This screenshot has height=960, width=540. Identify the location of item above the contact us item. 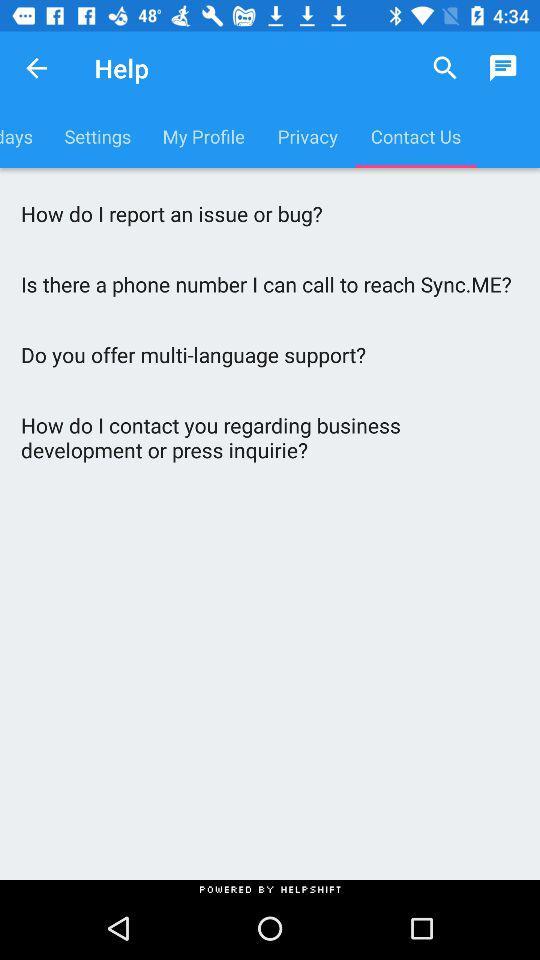
(445, 68).